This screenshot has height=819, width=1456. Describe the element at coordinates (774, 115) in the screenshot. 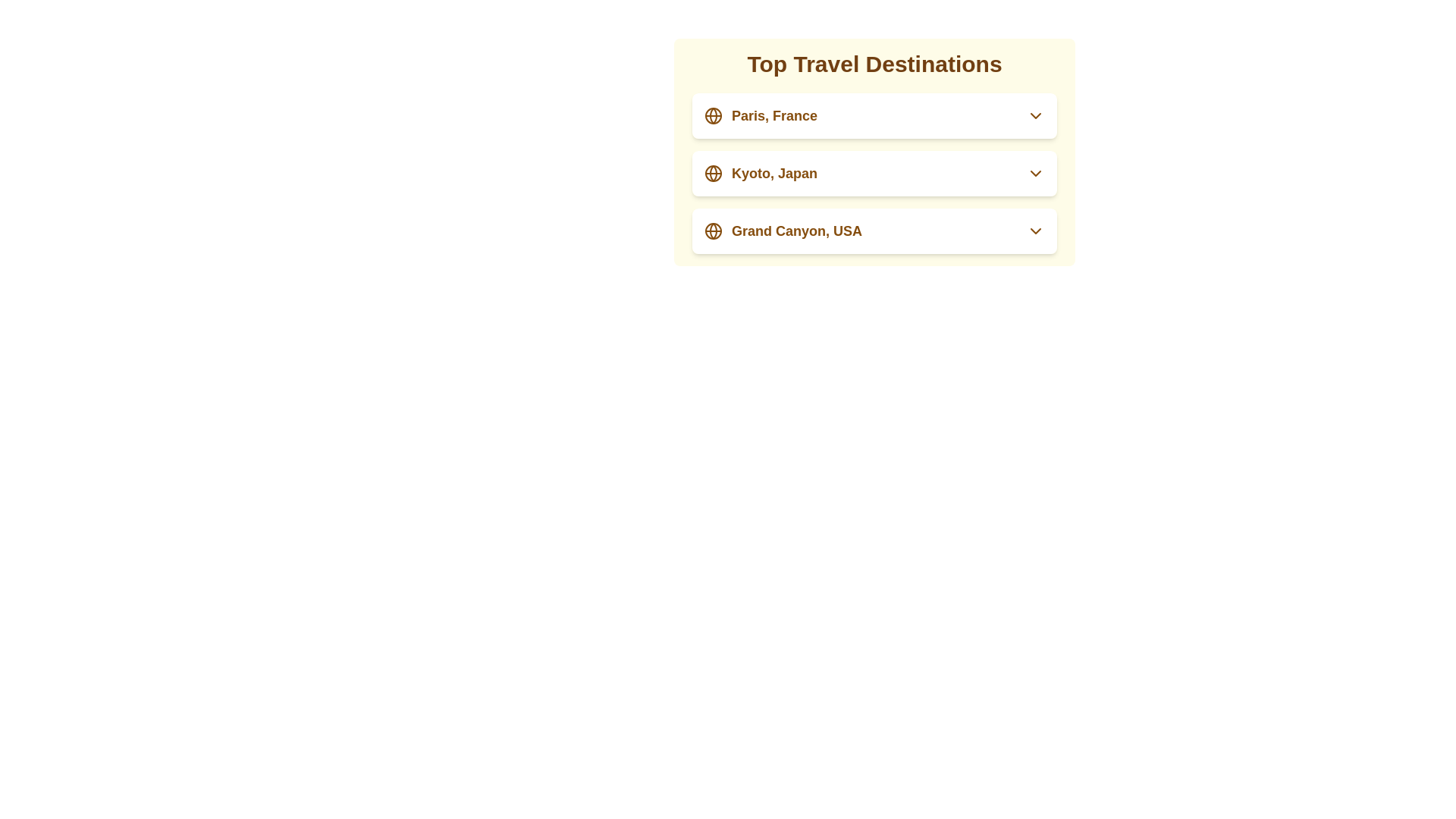

I see `the text label displaying 'Paris, France', which is styled in a bold brownish font and located at the top of the 'Top Travel Destinations' list, next to a globe icon` at that location.